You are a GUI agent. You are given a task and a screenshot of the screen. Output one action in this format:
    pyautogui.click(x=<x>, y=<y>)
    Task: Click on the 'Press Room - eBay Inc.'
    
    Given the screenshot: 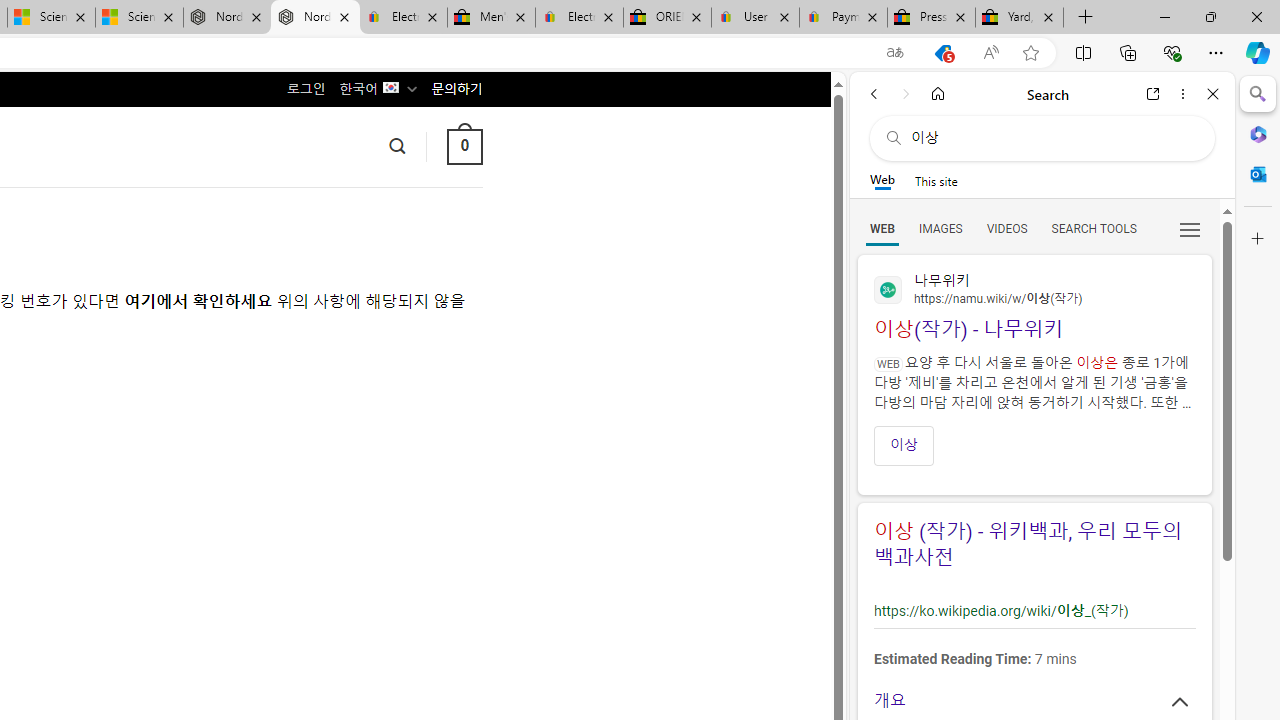 What is the action you would take?
    pyautogui.click(x=930, y=17)
    